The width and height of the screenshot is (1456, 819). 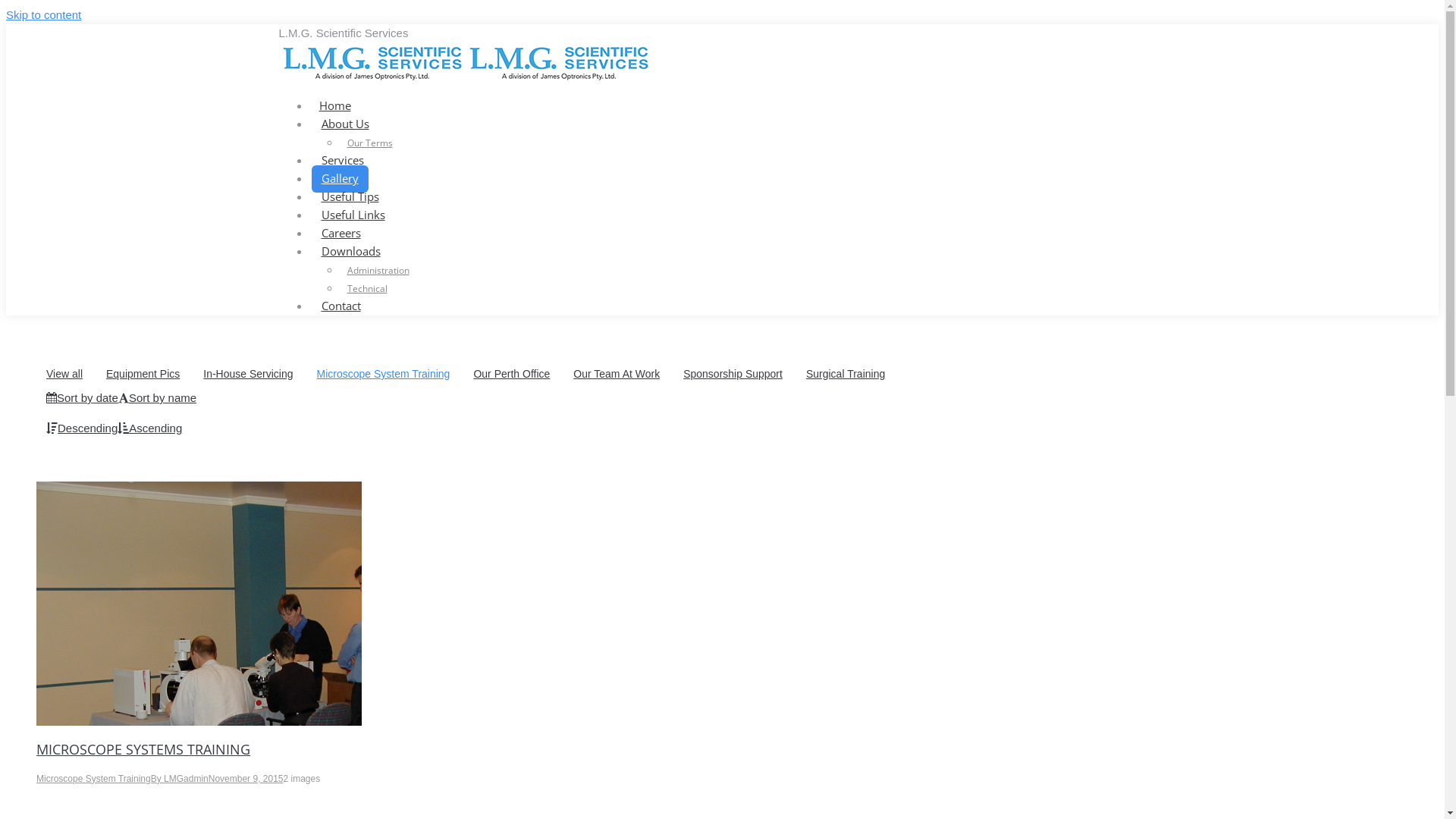 I want to click on 'Our Team At Work', so click(x=616, y=374).